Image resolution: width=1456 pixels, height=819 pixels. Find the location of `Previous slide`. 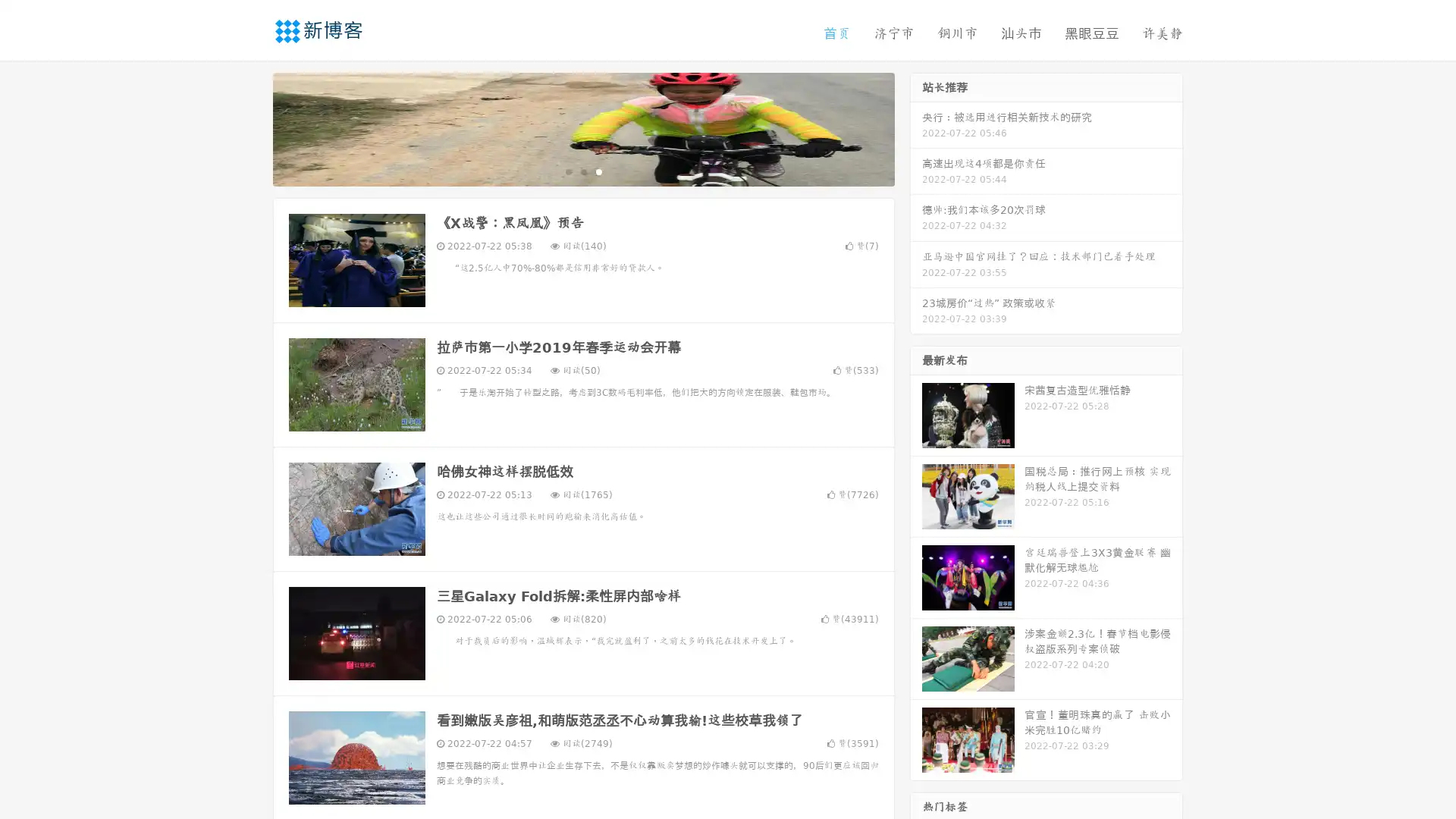

Previous slide is located at coordinates (250, 127).